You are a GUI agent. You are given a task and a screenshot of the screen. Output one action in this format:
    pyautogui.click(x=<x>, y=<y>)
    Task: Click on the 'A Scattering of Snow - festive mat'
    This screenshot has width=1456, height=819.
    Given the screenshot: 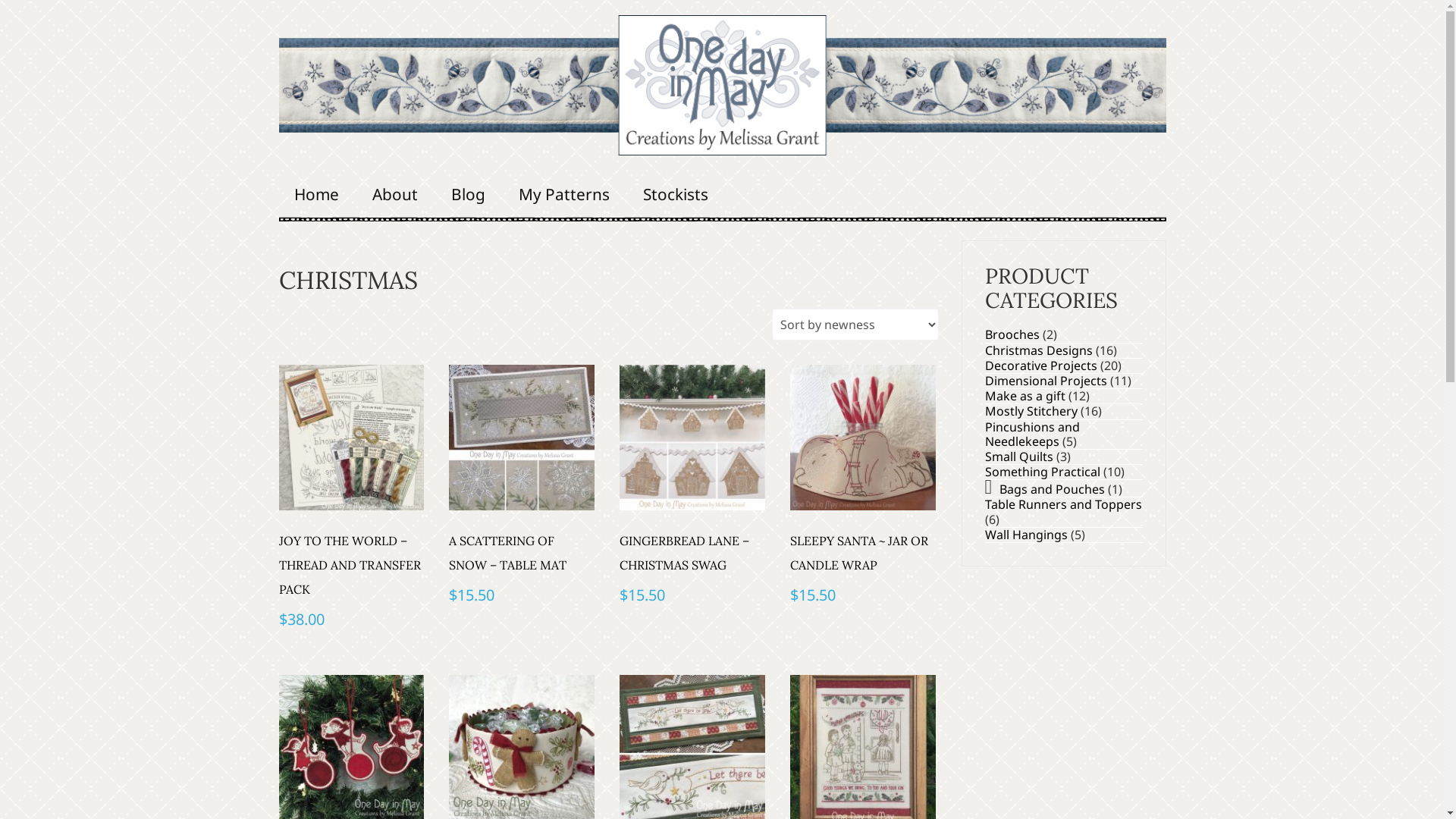 What is the action you would take?
    pyautogui.click(x=521, y=438)
    